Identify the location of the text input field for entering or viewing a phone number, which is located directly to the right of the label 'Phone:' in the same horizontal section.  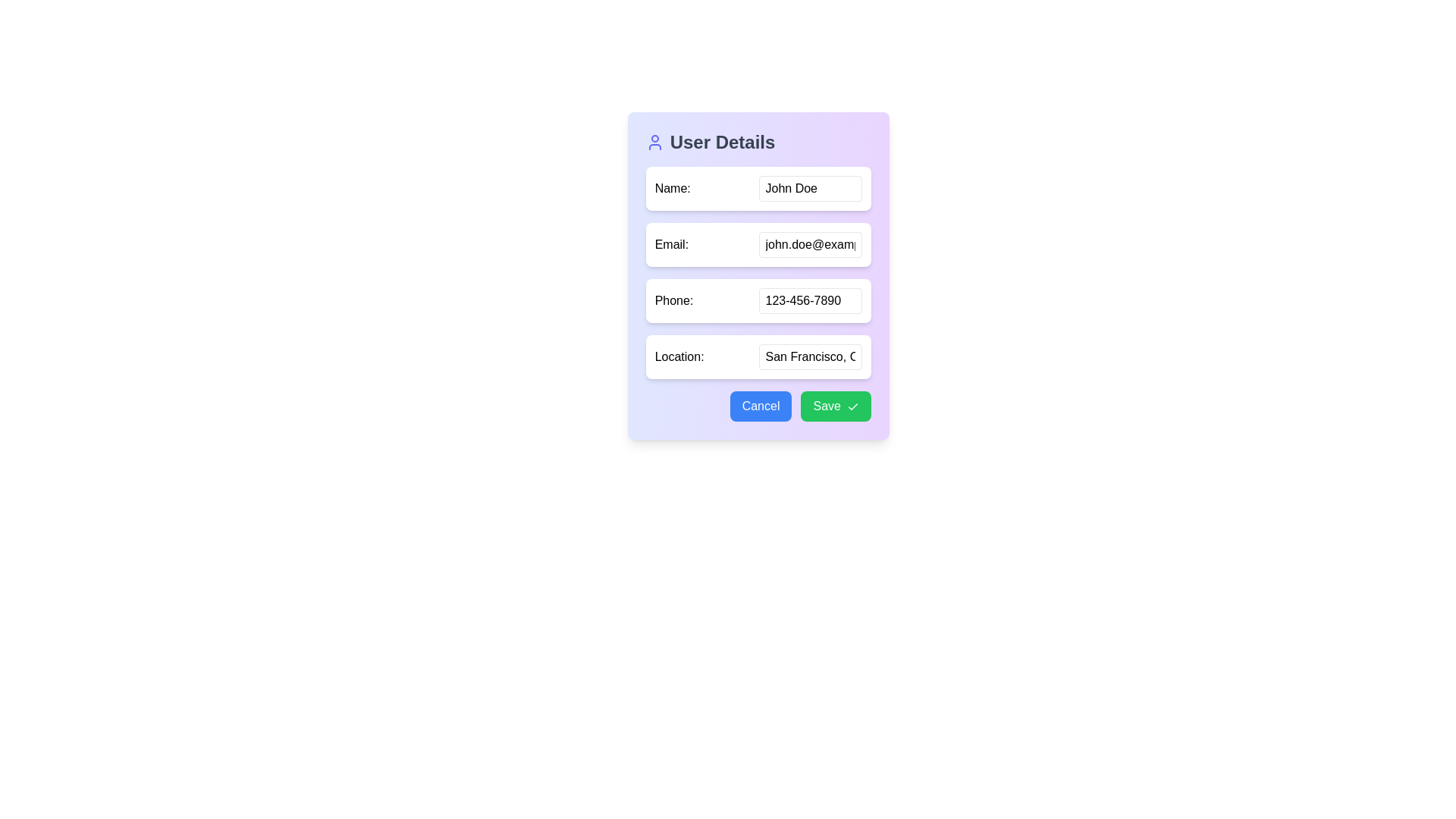
(809, 301).